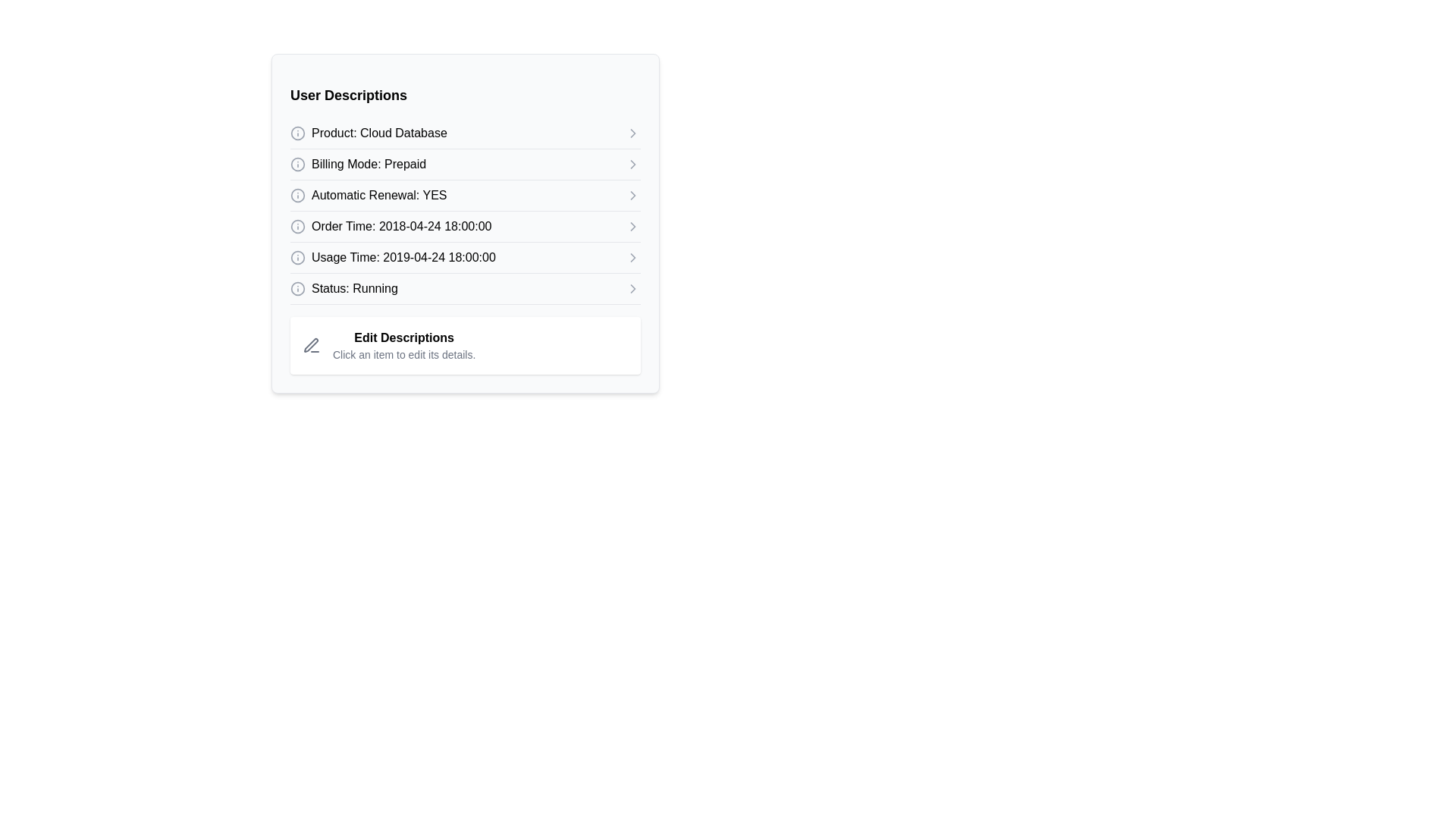 The image size is (1456, 819). What do you see at coordinates (298, 164) in the screenshot?
I see `the Informational icon located to the left of the 'Billing Mode: Prepaid' section` at bounding box center [298, 164].